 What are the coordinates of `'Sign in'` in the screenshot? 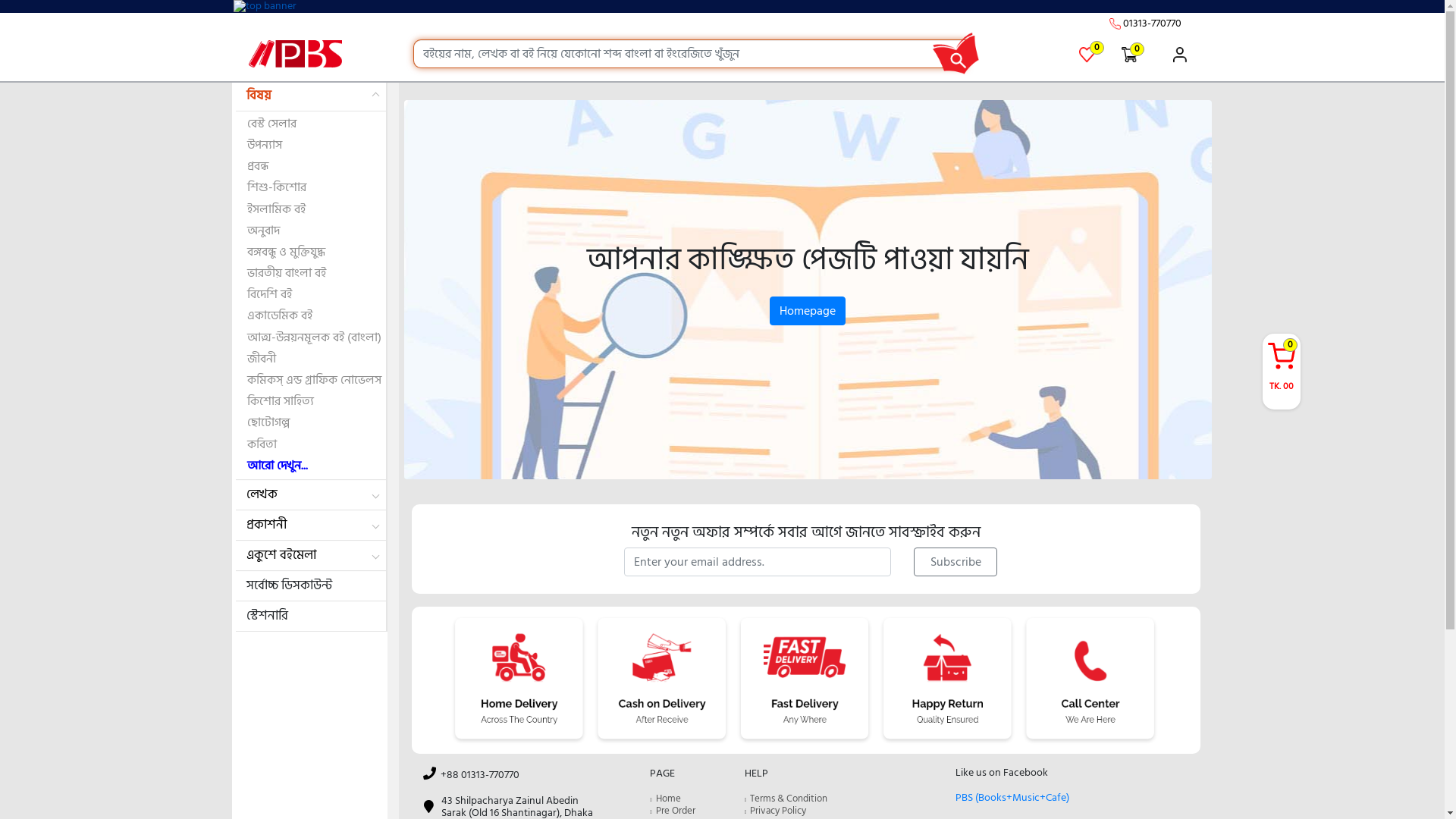 It's located at (1172, 53).